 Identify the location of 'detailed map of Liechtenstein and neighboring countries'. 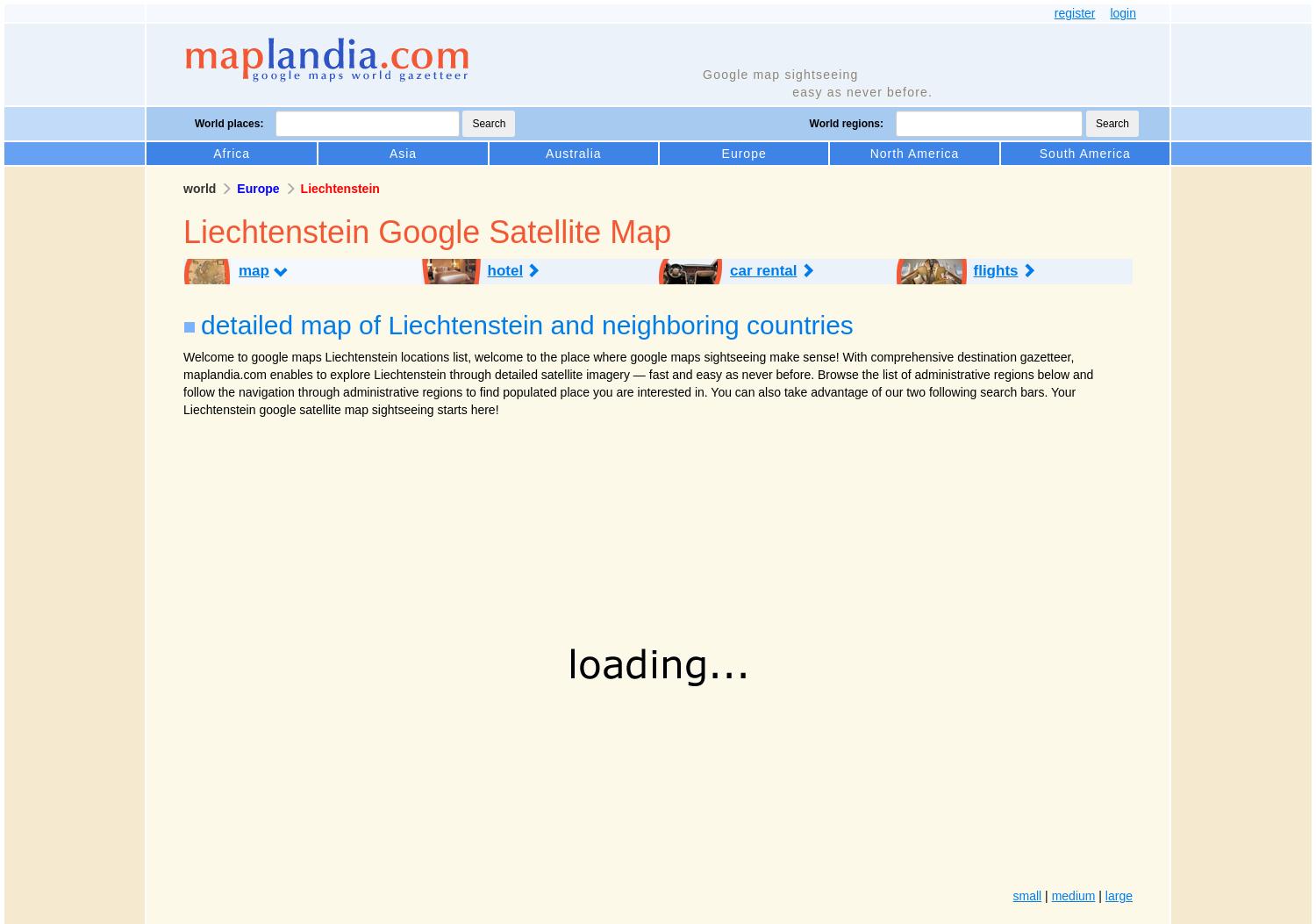
(526, 323).